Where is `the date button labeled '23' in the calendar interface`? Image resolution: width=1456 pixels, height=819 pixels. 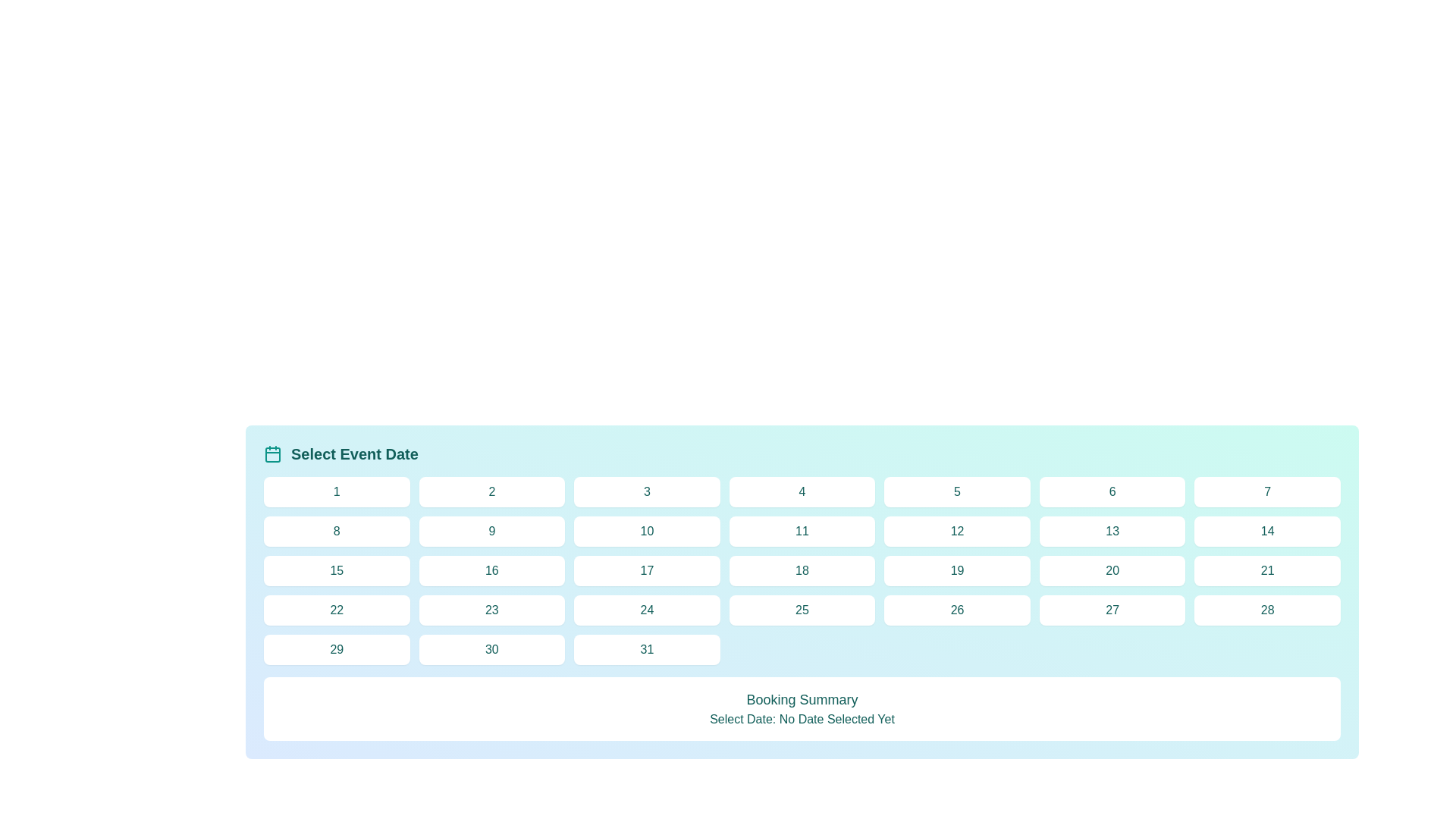
the date button labeled '23' in the calendar interface is located at coordinates (491, 610).